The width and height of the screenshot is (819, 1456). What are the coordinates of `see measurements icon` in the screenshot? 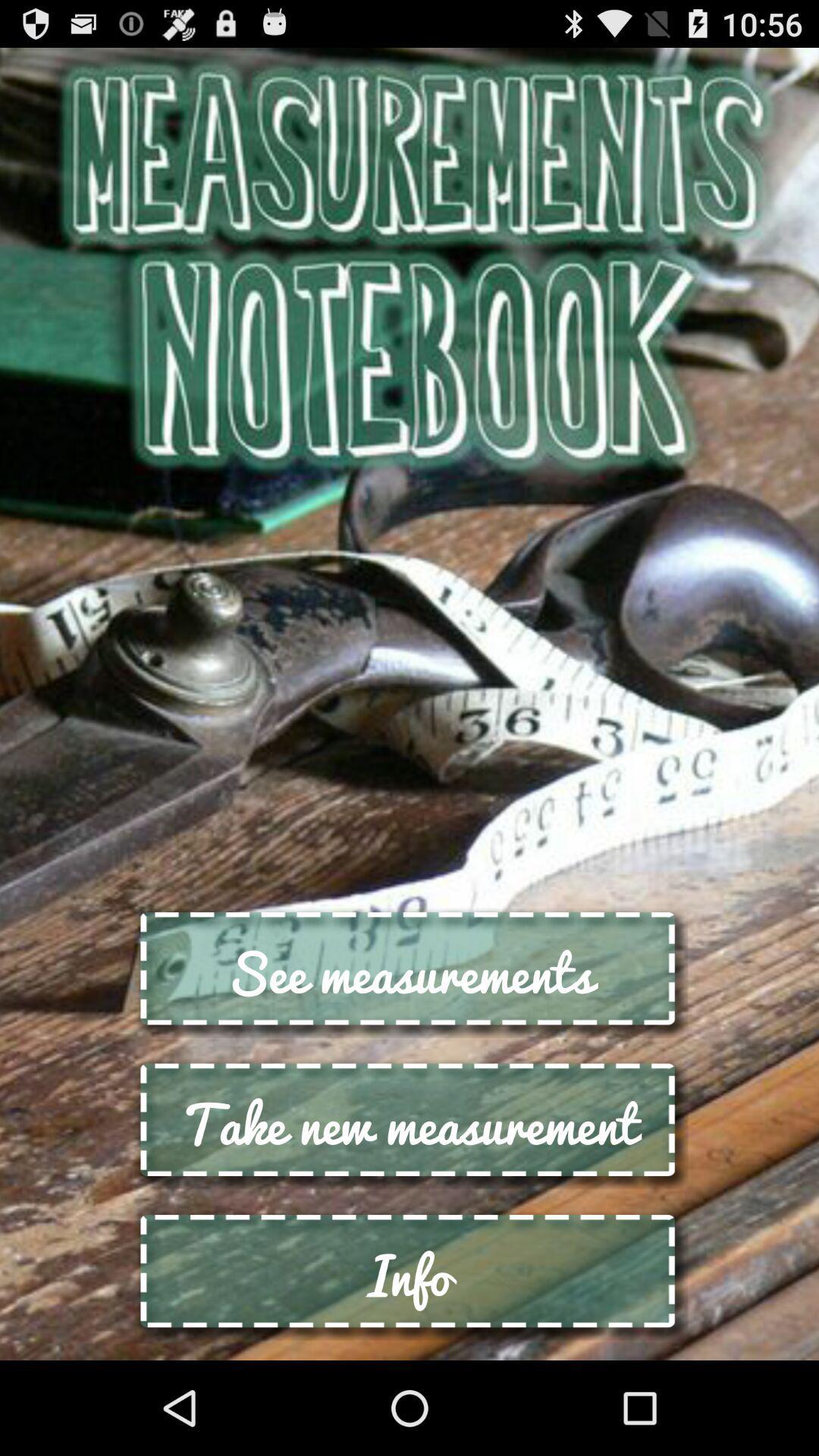 It's located at (409, 972).